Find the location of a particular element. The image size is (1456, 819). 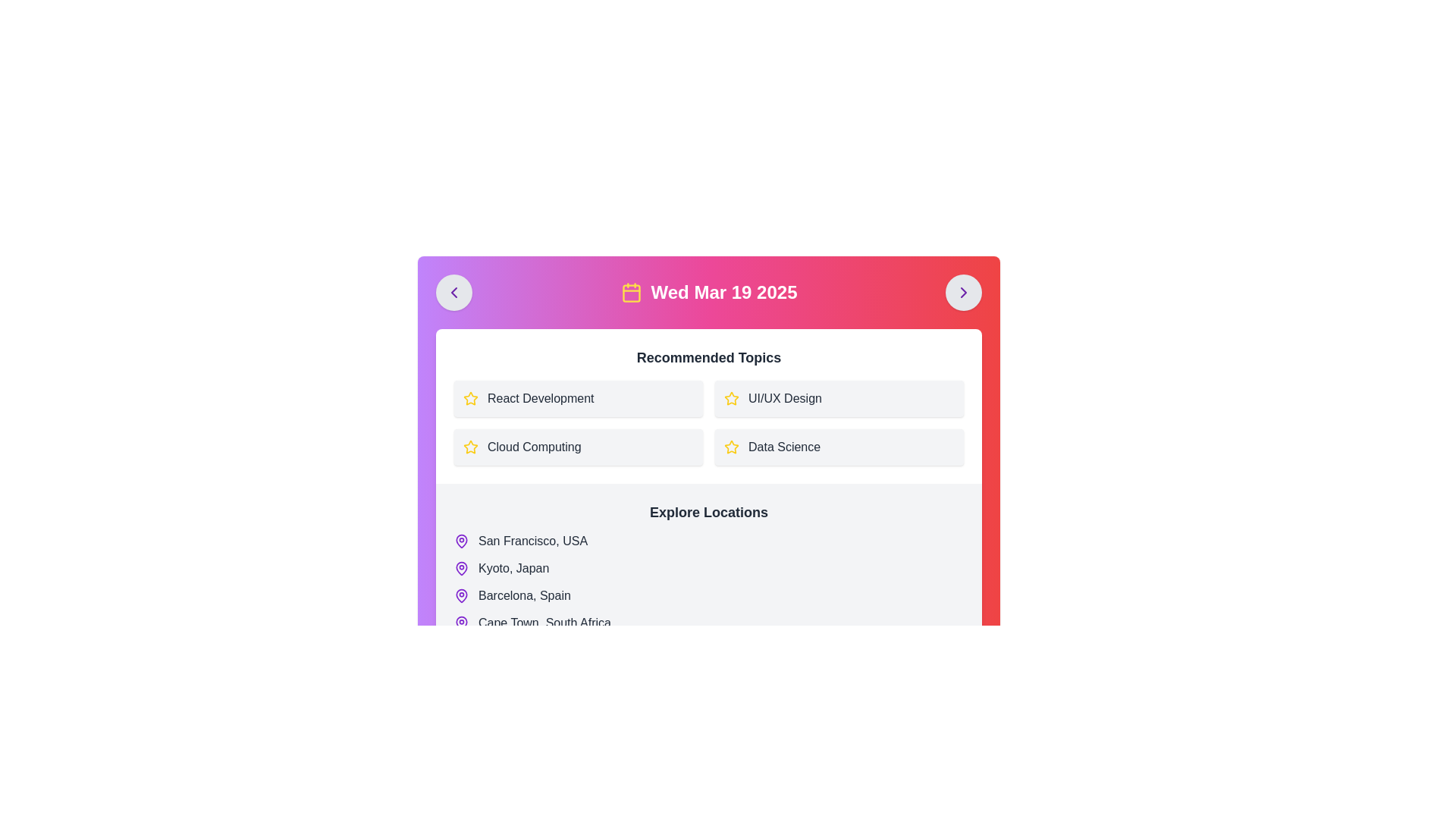

the purple map pin icon located to the left of the 'San Francisco, USA' label, which is the larger part of the two-part icon is located at coordinates (461, 540).